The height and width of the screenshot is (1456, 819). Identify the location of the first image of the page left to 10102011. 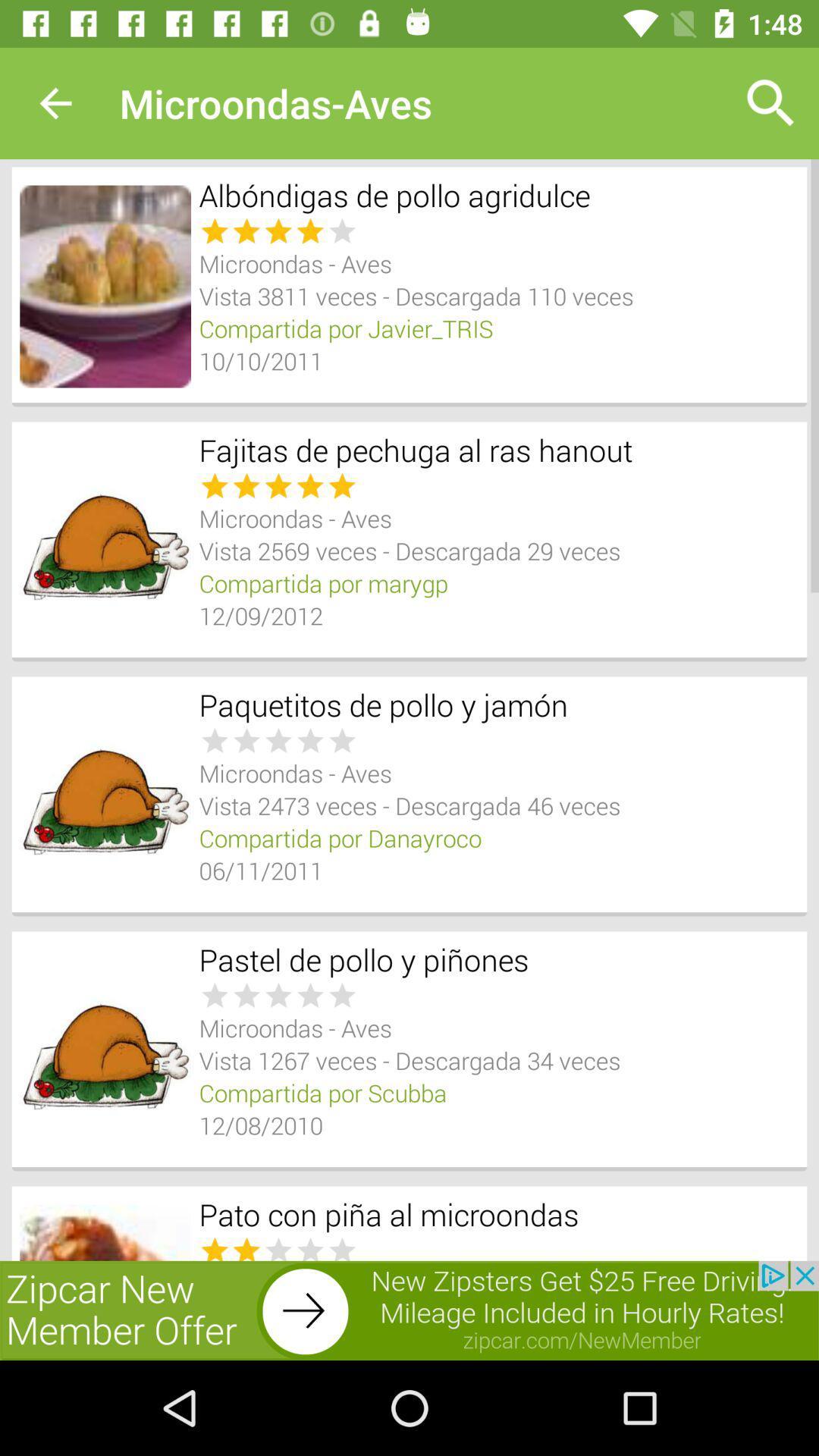
(104, 287).